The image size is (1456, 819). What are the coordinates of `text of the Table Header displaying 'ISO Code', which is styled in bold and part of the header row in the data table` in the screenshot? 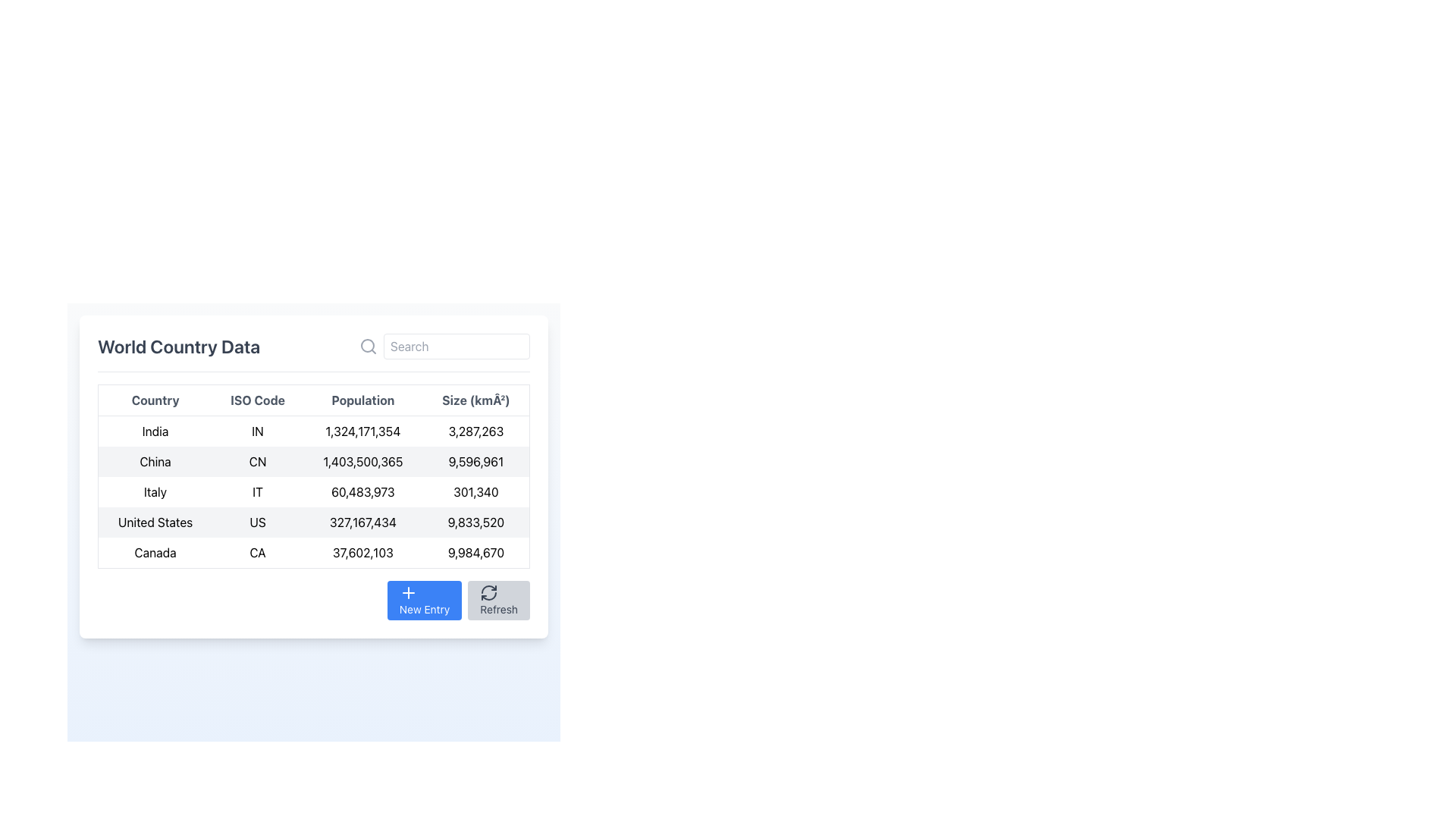 It's located at (258, 400).